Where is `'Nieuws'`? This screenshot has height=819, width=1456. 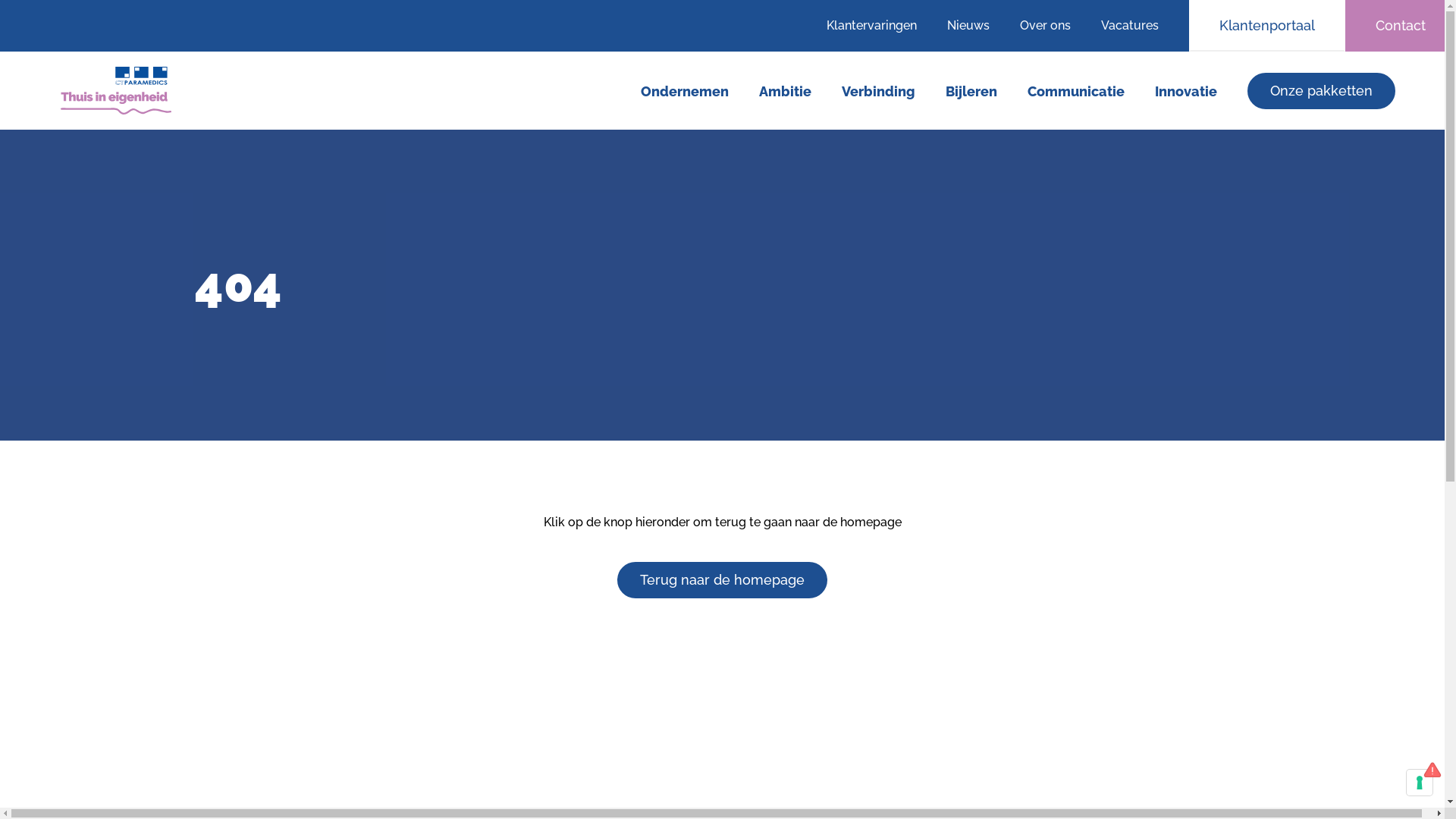 'Nieuws' is located at coordinates (967, 26).